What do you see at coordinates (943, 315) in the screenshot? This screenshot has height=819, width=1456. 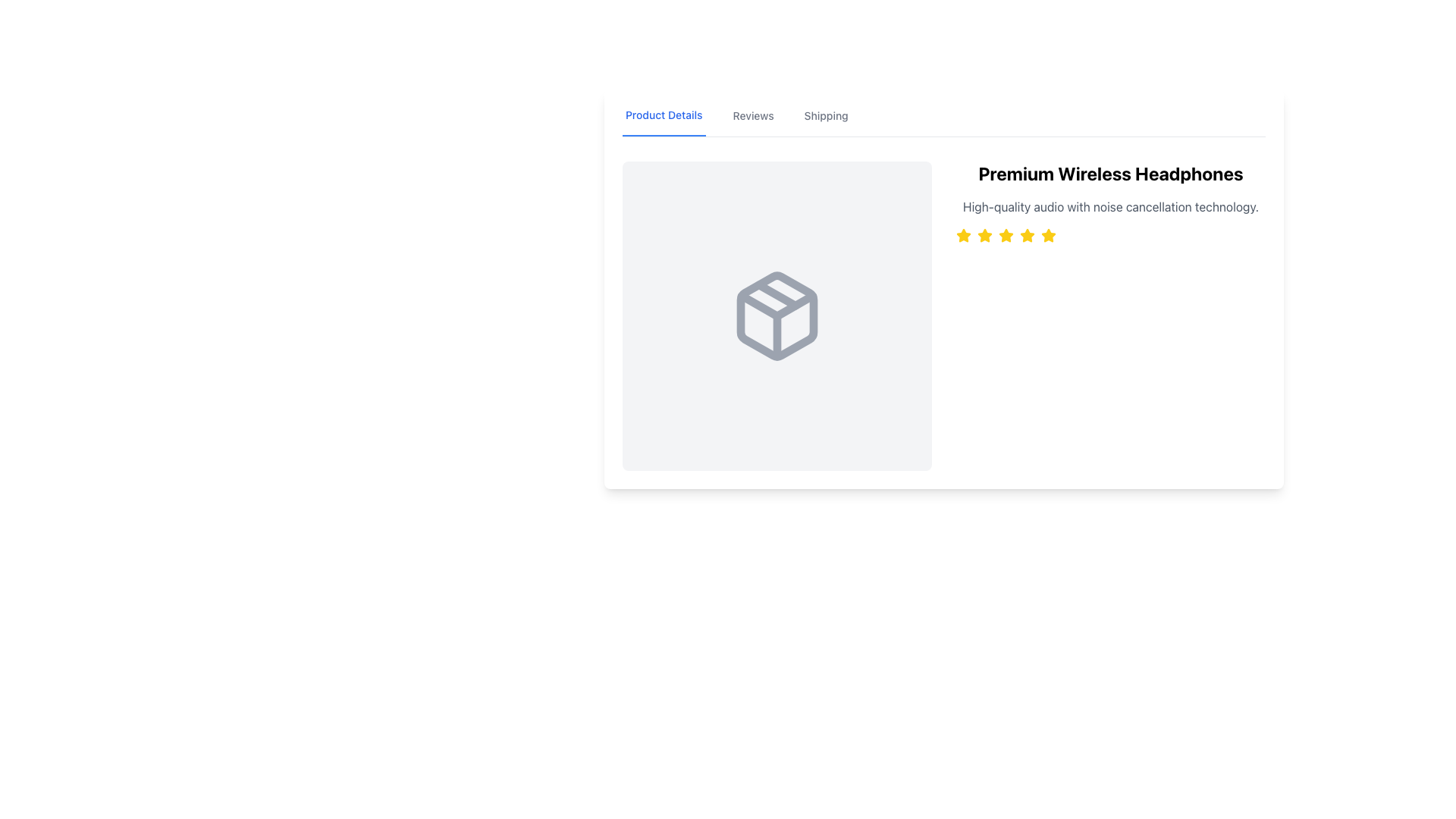 I see `the textual content block featuring the title 'Premium Wireless Headphones' and the description 'High-quality audio with noise cancellation technology.'` at bounding box center [943, 315].